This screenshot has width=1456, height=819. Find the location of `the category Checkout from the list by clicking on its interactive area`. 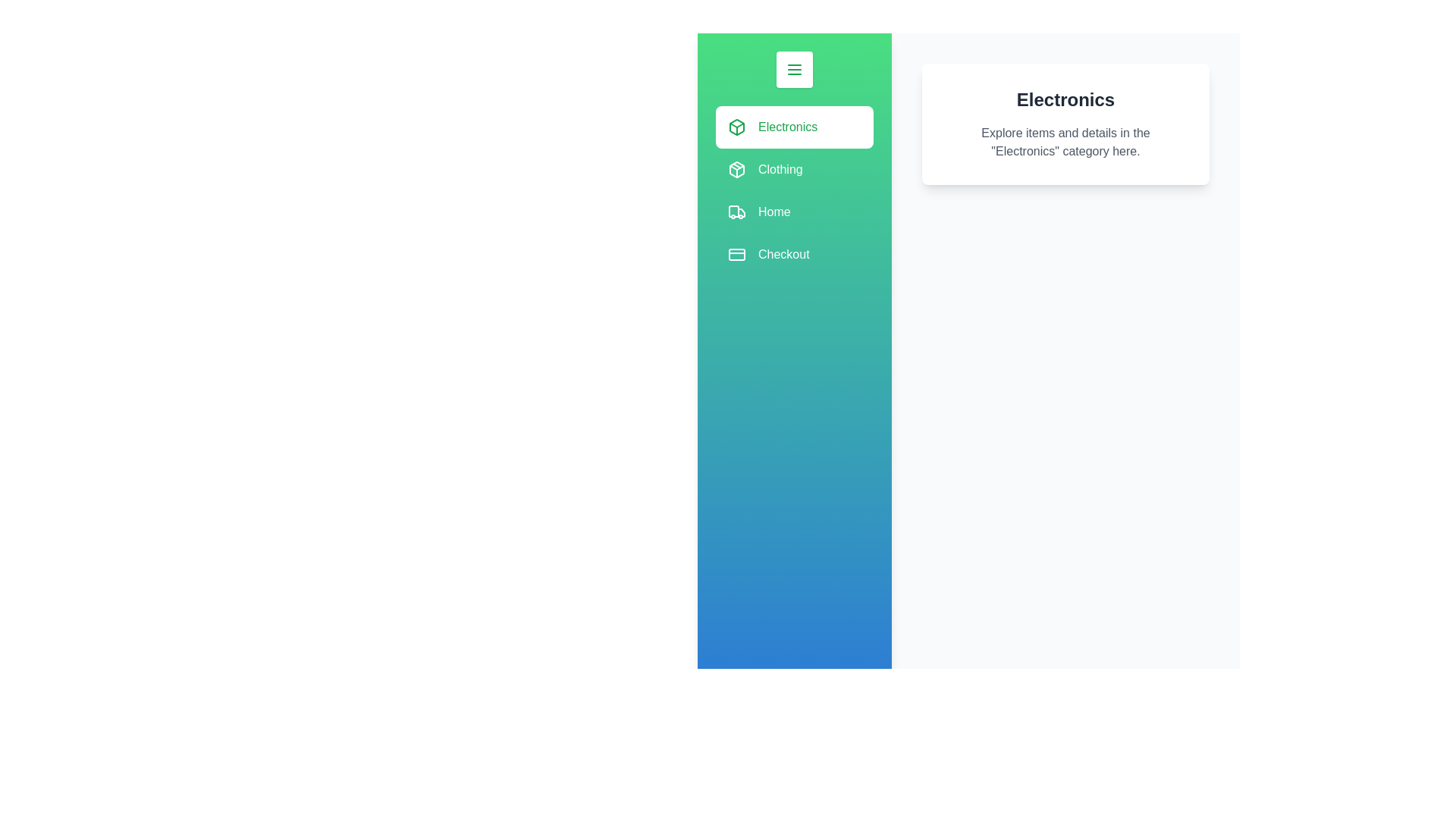

the category Checkout from the list by clicking on its interactive area is located at coordinates (793, 253).